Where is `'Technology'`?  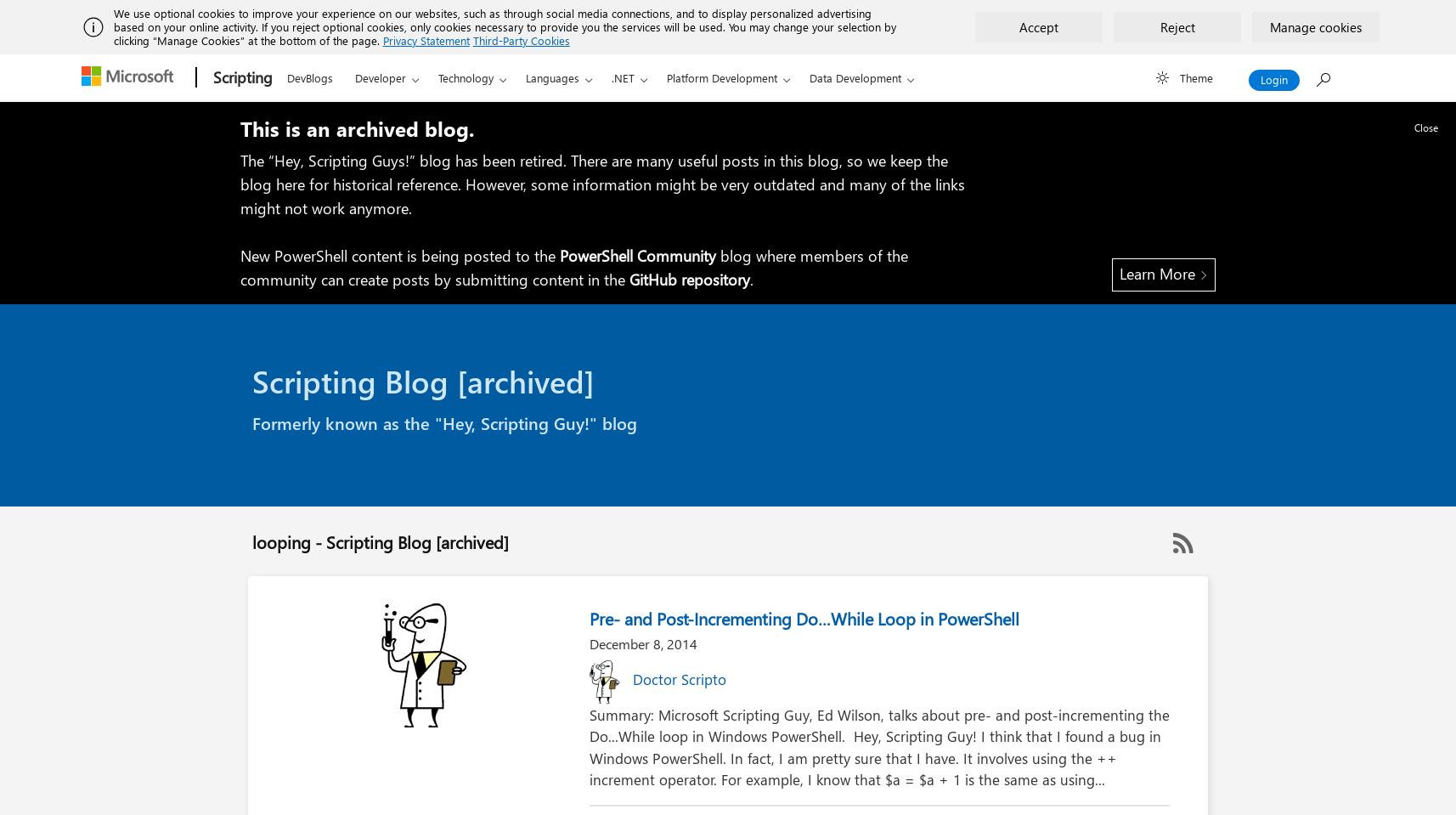
'Technology' is located at coordinates (465, 77).